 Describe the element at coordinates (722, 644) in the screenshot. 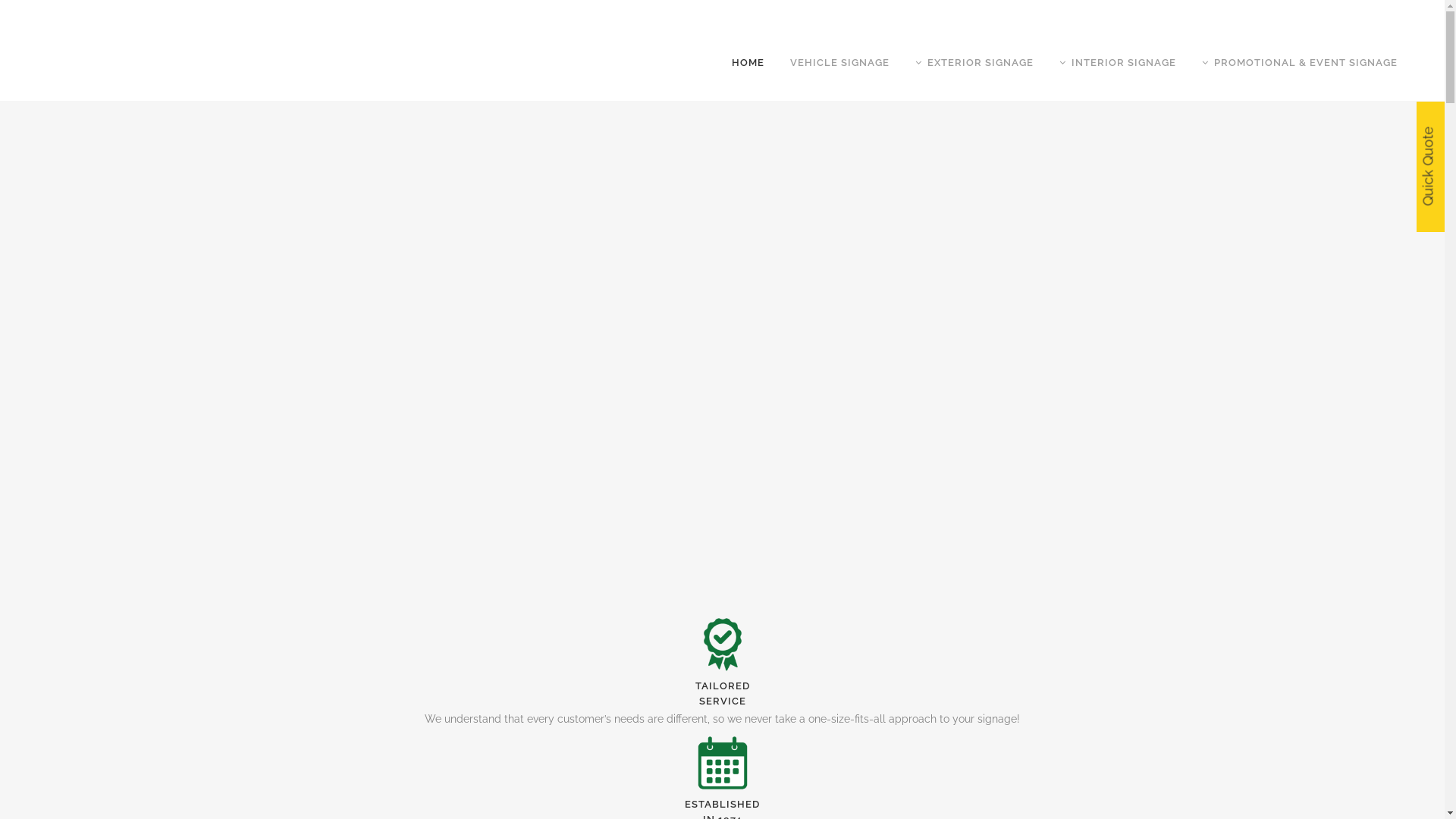

I see `'pod_web1'` at that location.